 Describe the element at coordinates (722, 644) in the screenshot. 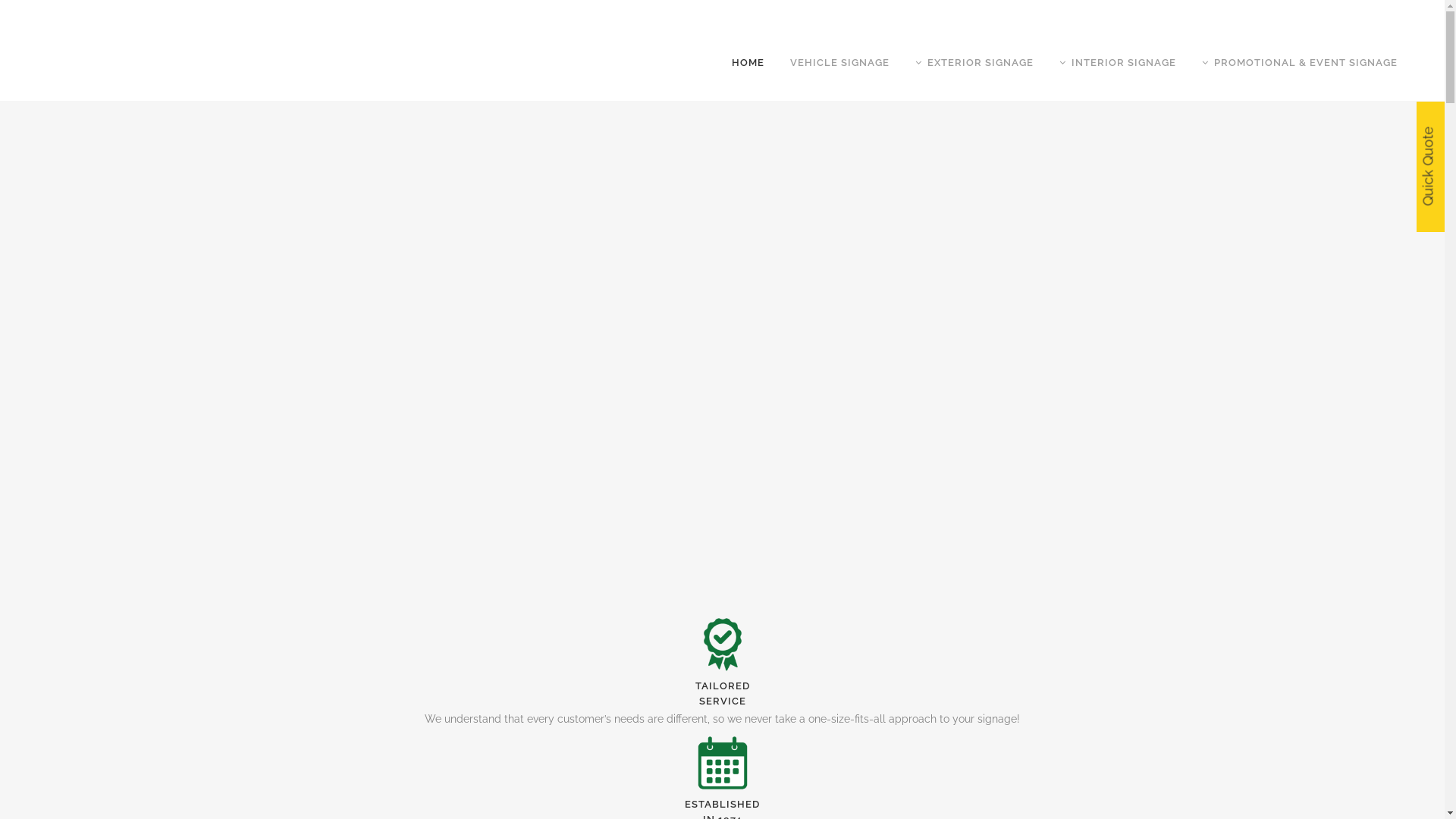

I see `'pod_web1'` at that location.